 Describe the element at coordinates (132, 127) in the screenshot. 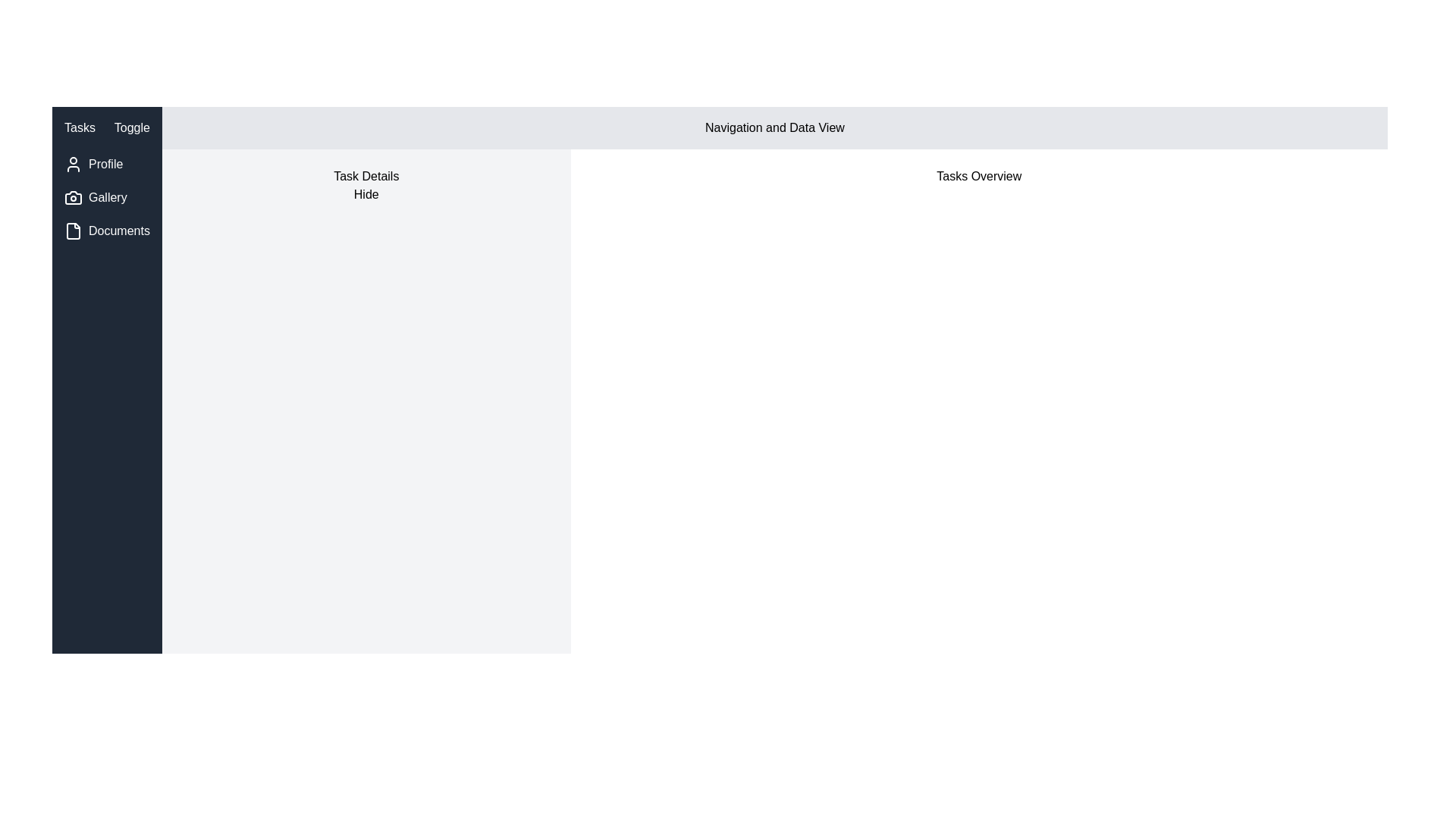

I see `the 'Toggle' text label in the left sidebar to interact with it` at that location.